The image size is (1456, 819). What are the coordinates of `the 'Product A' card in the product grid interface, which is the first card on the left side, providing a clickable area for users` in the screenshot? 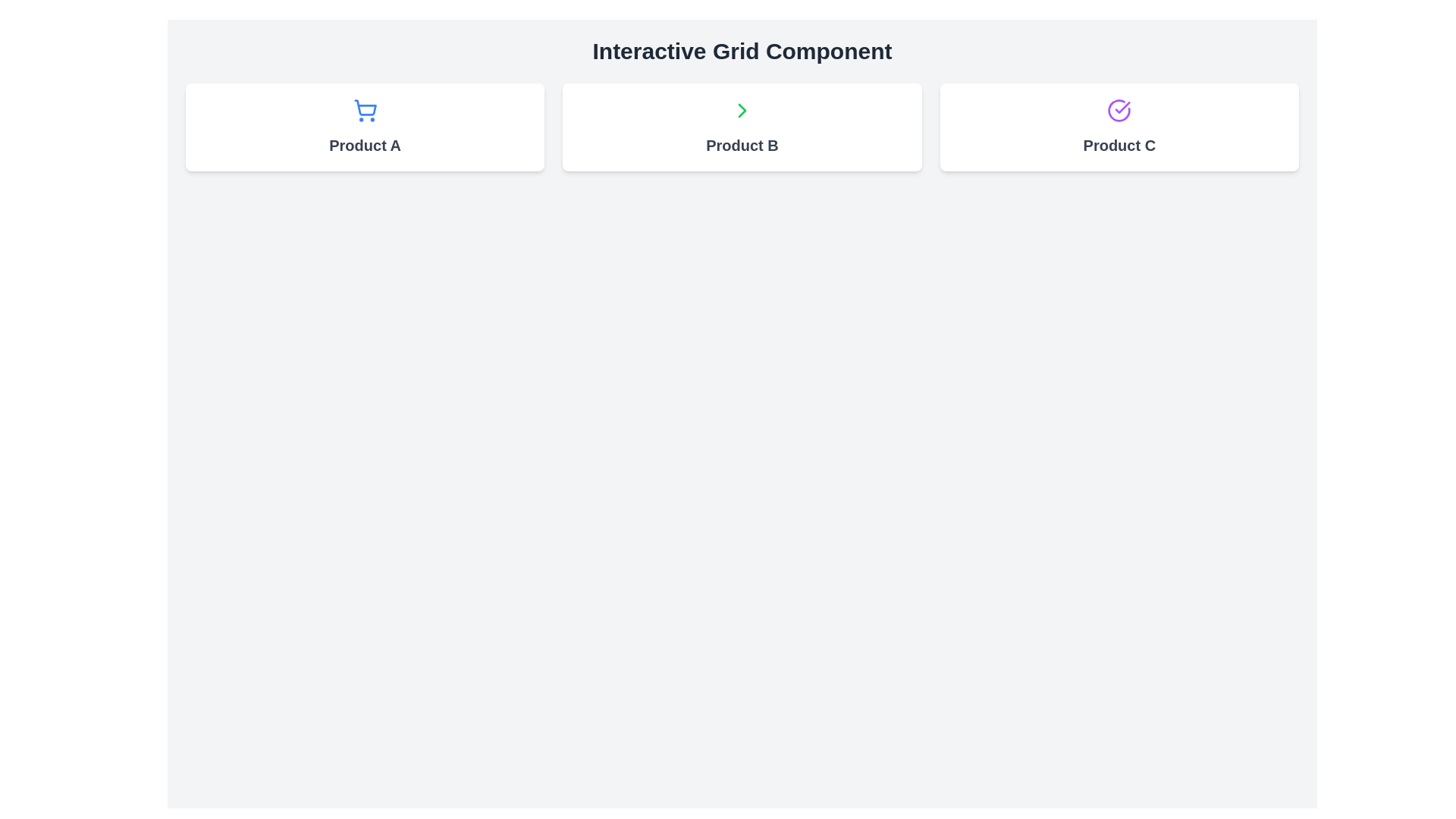 It's located at (365, 127).